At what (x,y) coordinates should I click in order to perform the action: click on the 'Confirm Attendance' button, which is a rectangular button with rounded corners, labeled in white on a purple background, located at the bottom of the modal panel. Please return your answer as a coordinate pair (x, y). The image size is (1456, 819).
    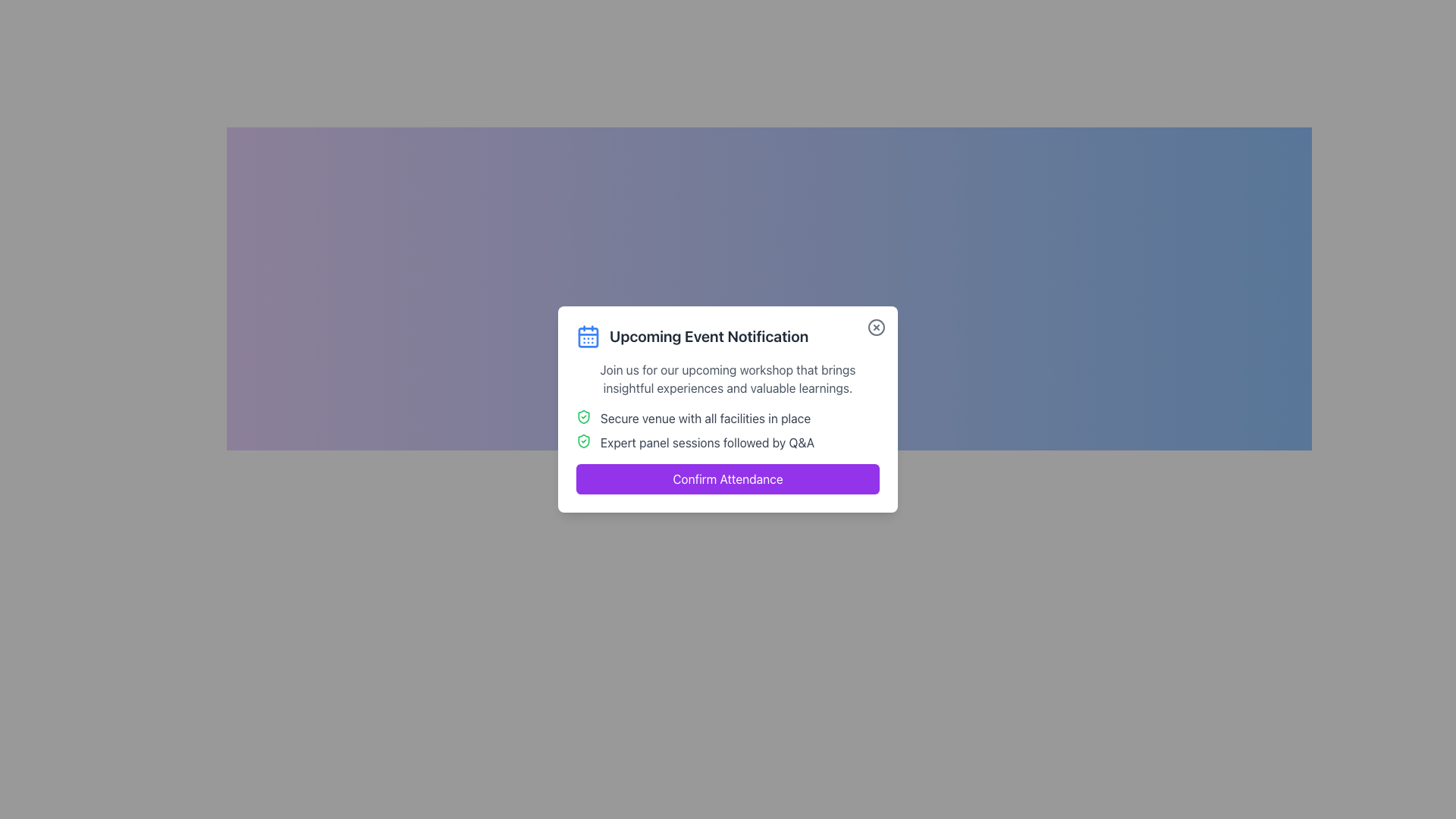
    Looking at the image, I should click on (728, 479).